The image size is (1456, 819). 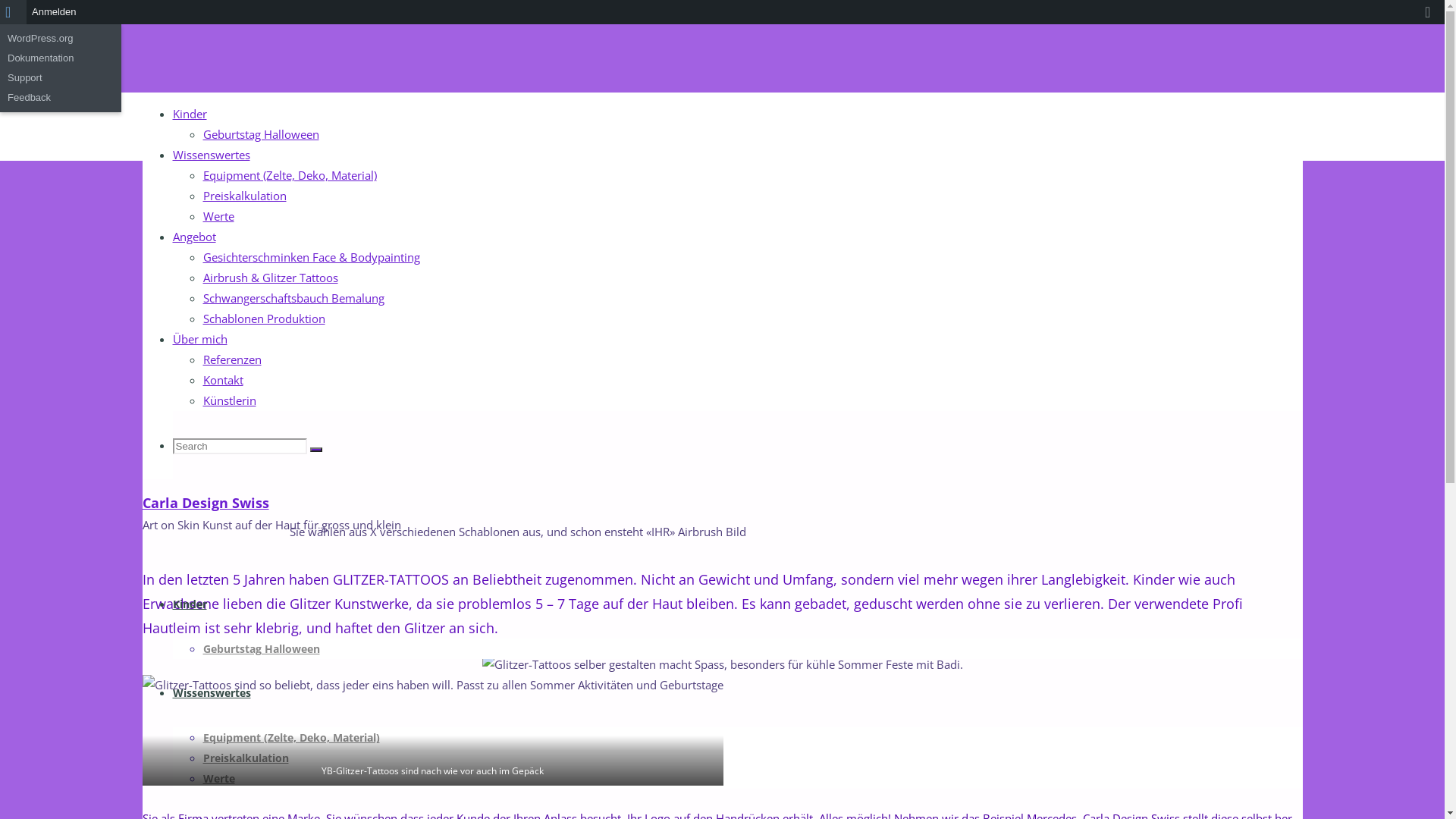 I want to click on 'Angebot', so click(x=172, y=237).